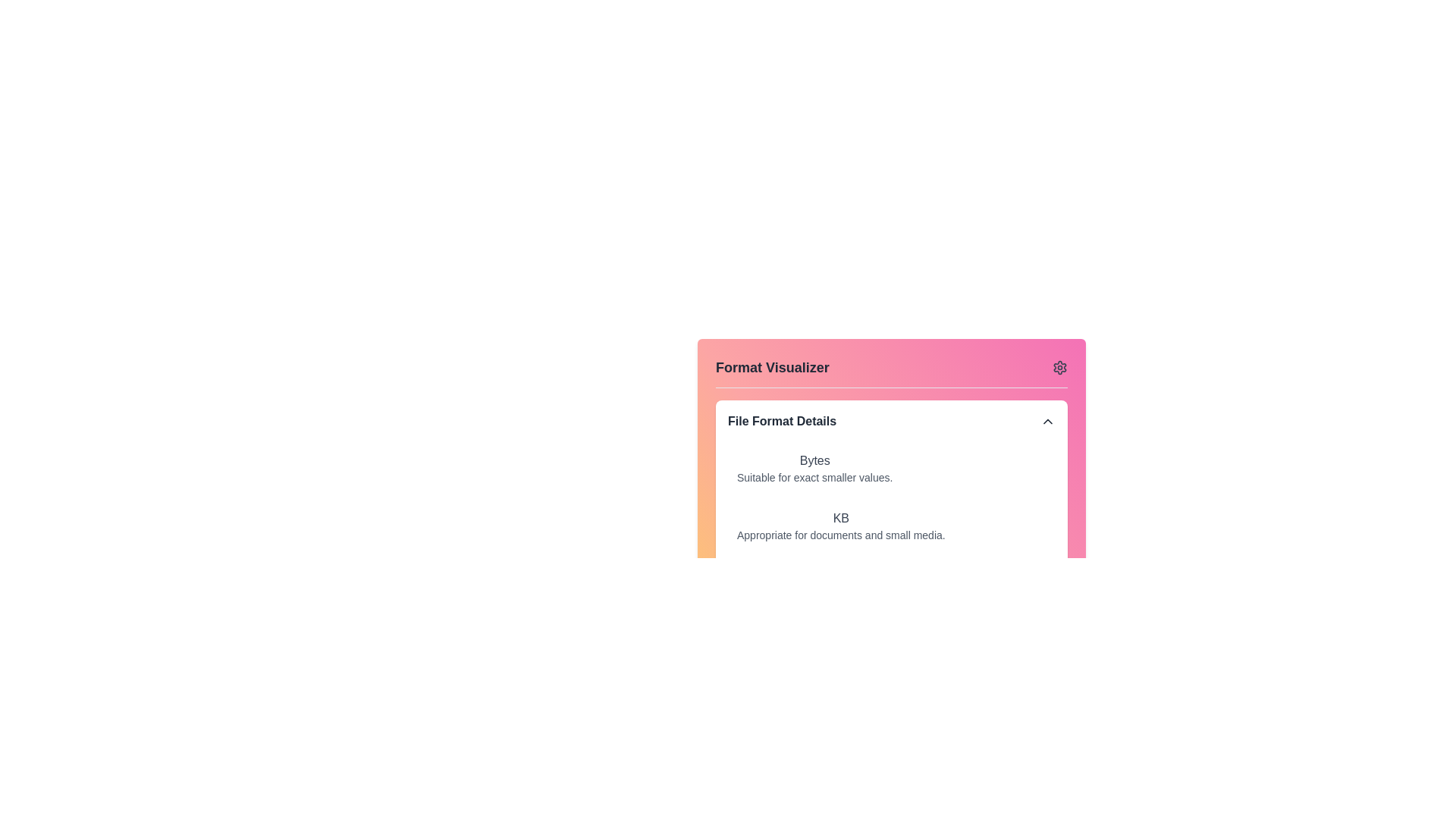  What do you see at coordinates (1059, 368) in the screenshot?
I see `the gear icon located in the top-right corner of the SVG component` at bounding box center [1059, 368].